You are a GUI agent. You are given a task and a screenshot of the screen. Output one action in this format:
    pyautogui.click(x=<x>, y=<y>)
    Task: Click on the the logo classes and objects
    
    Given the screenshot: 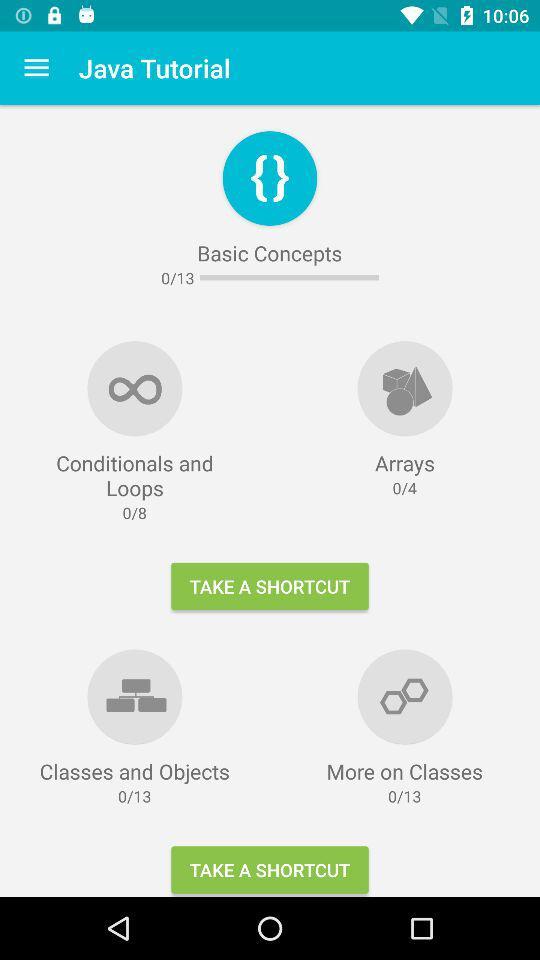 What is the action you would take?
    pyautogui.click(x=135, y=696)
    